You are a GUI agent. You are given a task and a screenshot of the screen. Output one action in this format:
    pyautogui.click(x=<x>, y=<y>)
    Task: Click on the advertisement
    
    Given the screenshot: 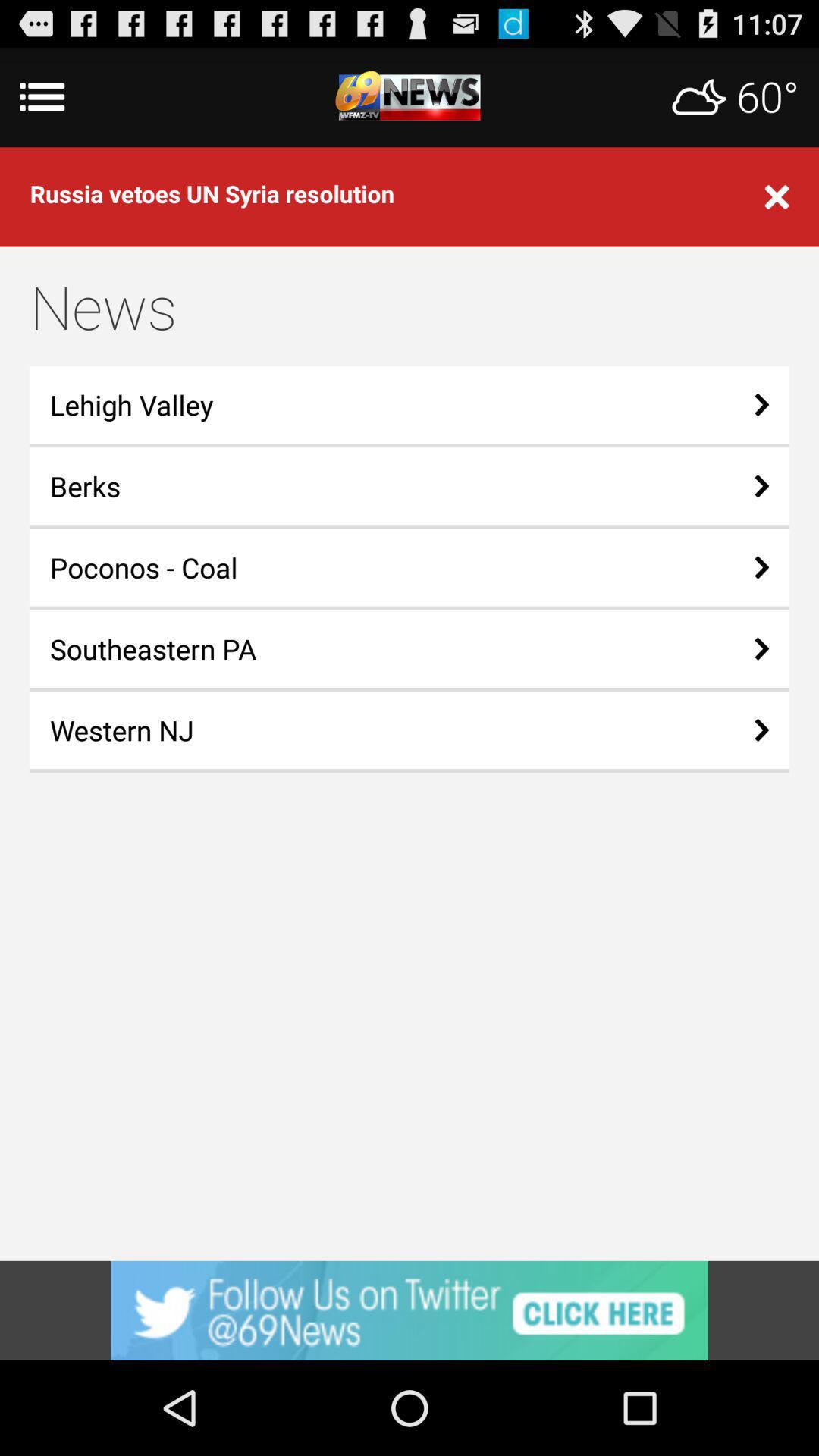 What is the action you would take?
    pyautogui.click(x=409, y=1310)
    